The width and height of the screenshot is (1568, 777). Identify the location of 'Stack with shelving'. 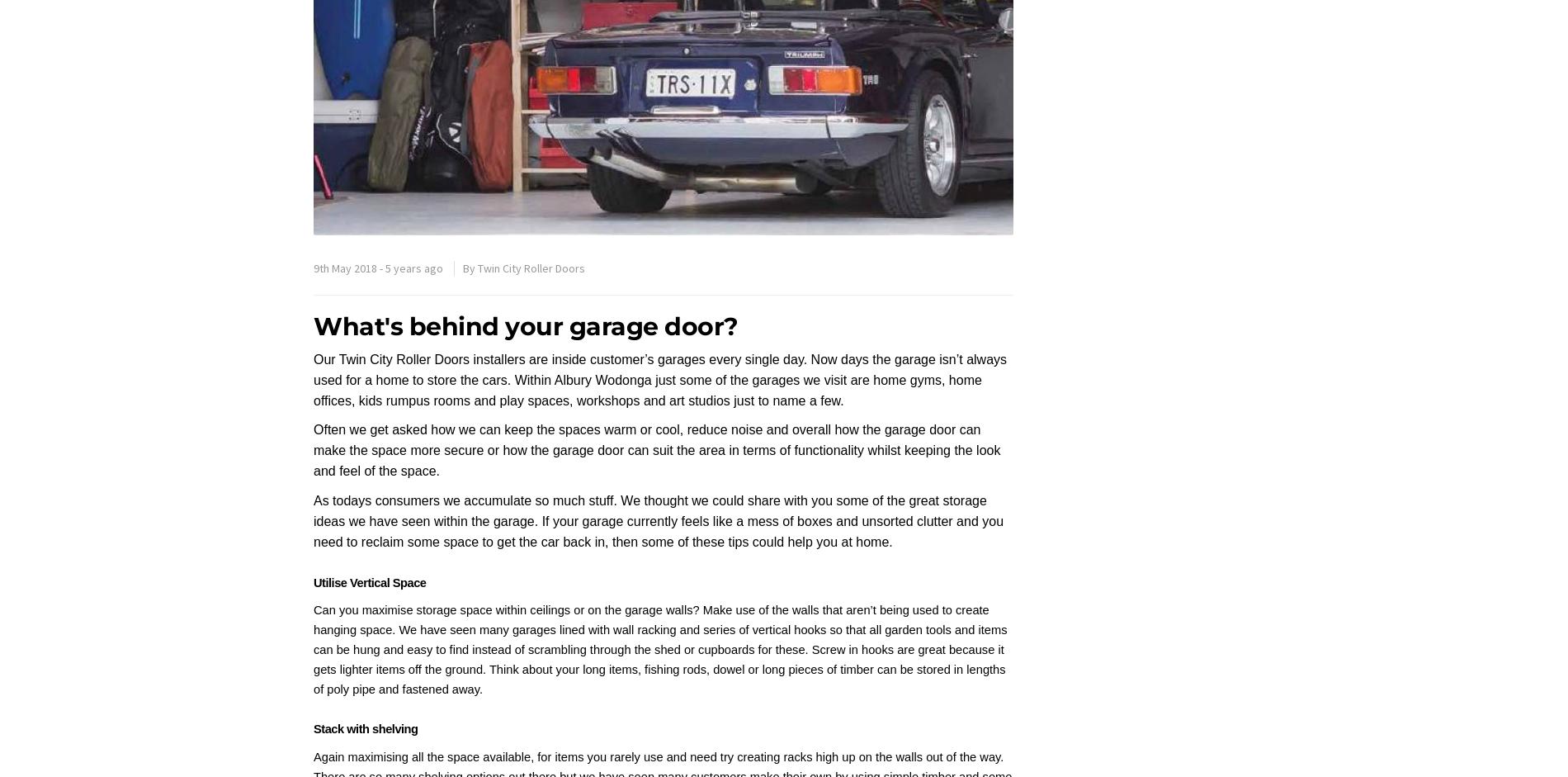
(366, 729).